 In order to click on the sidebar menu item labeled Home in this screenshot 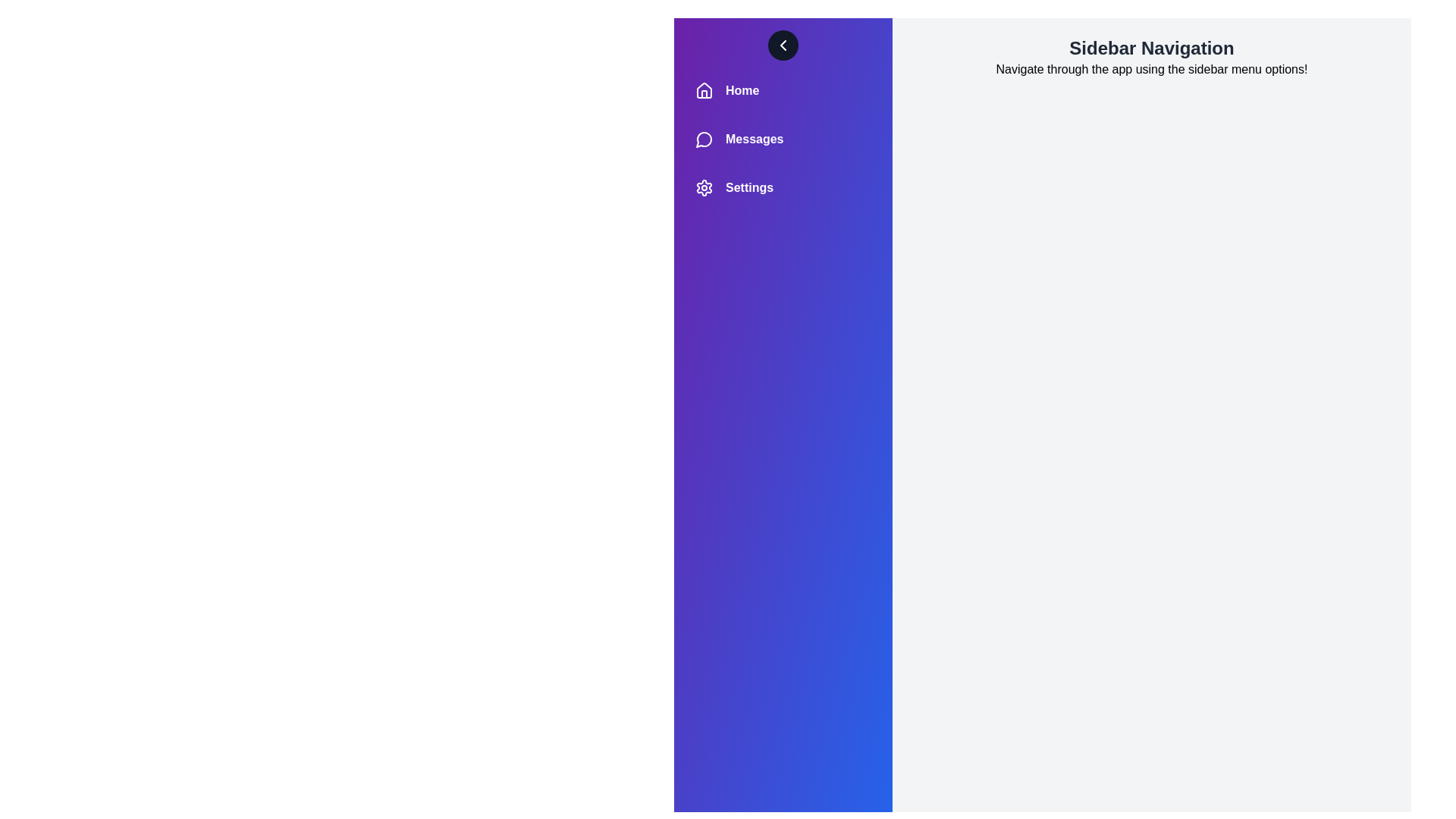, I will do `click(783, 90)`.